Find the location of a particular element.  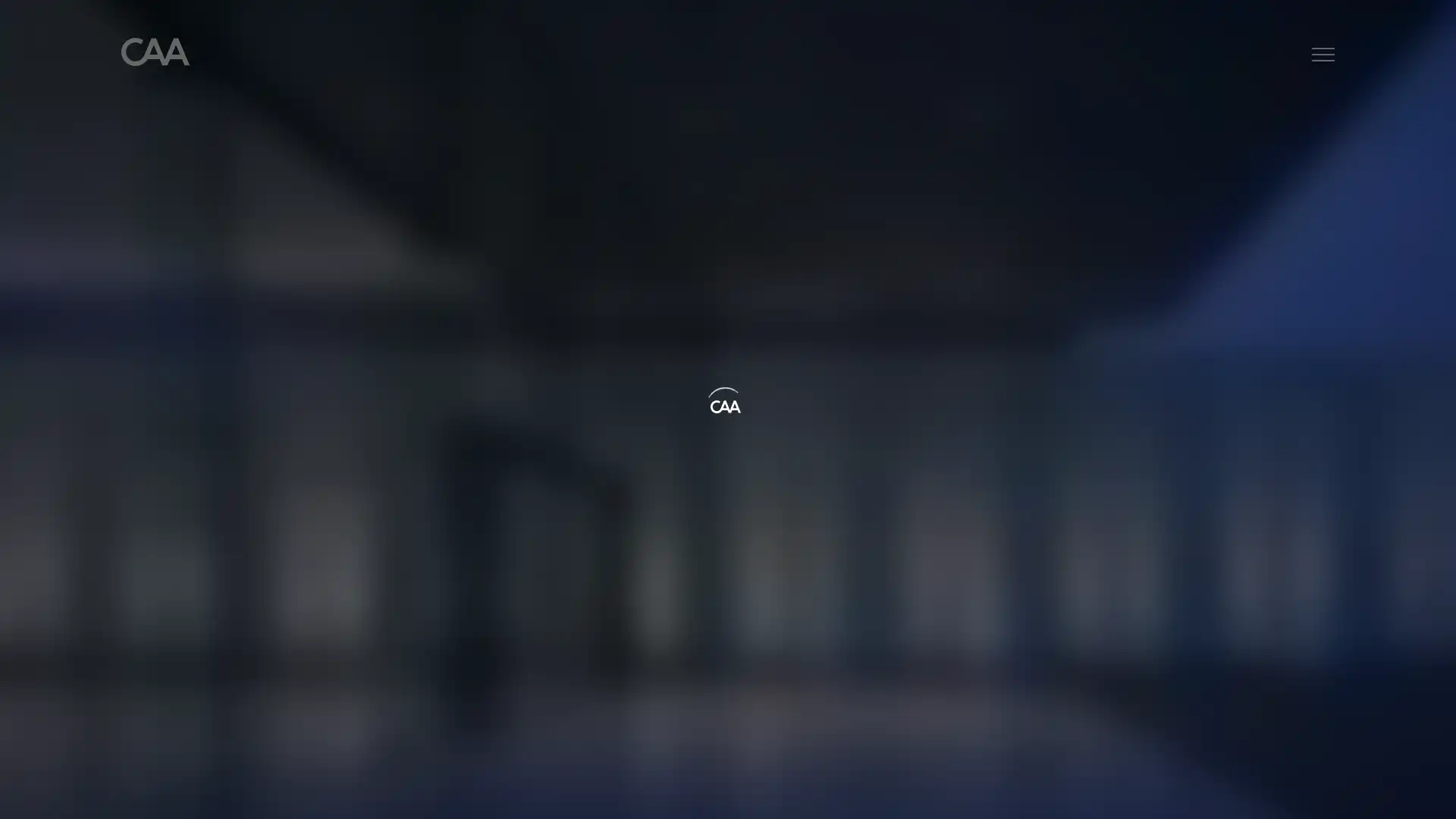

Close is located at coordinates (1430, 792).